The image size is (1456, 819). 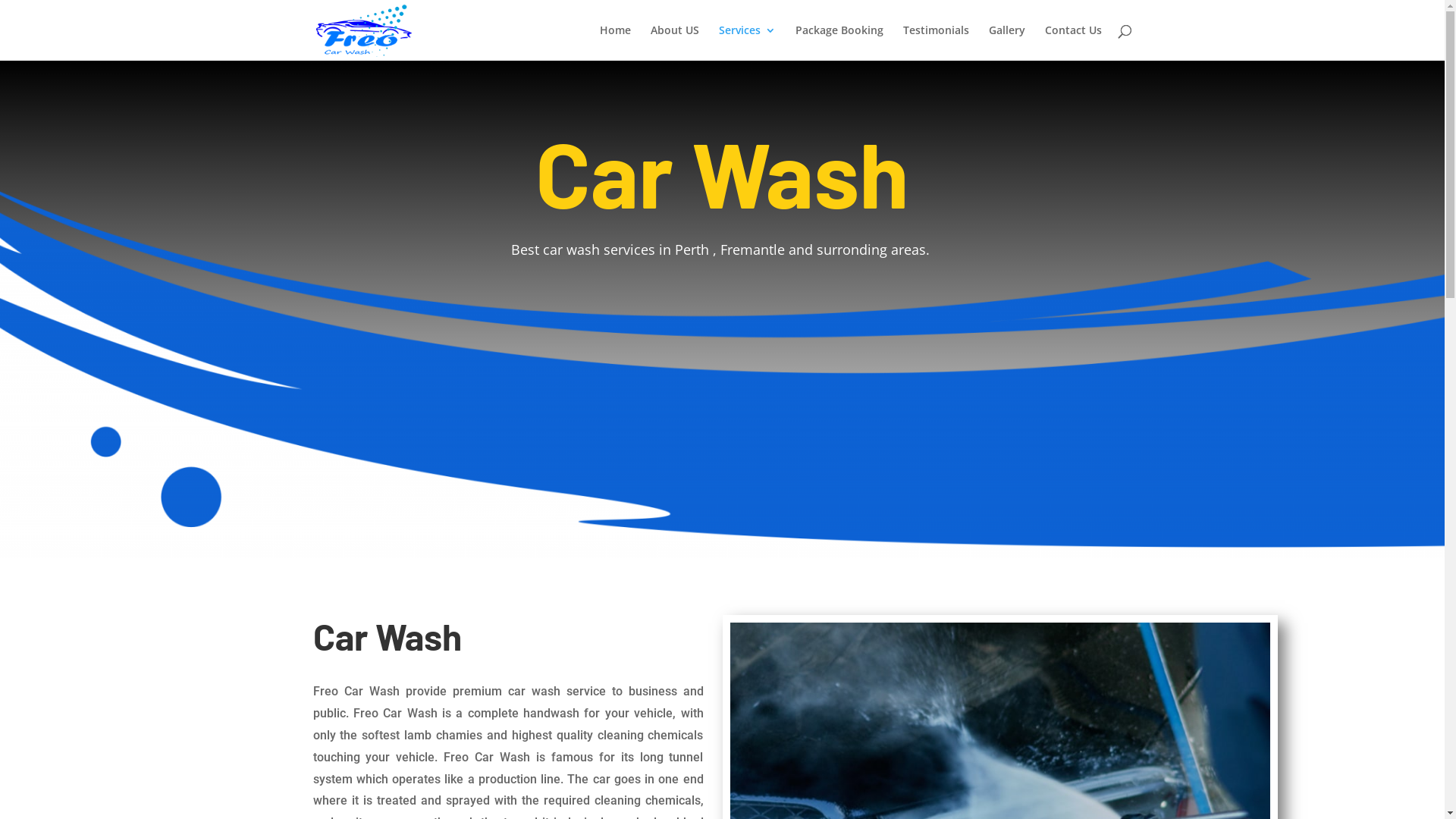 What do you see at coordinates (721, 373) in the screenshot?
I see `'car-wash-33'` at bounding box center [721, 373].